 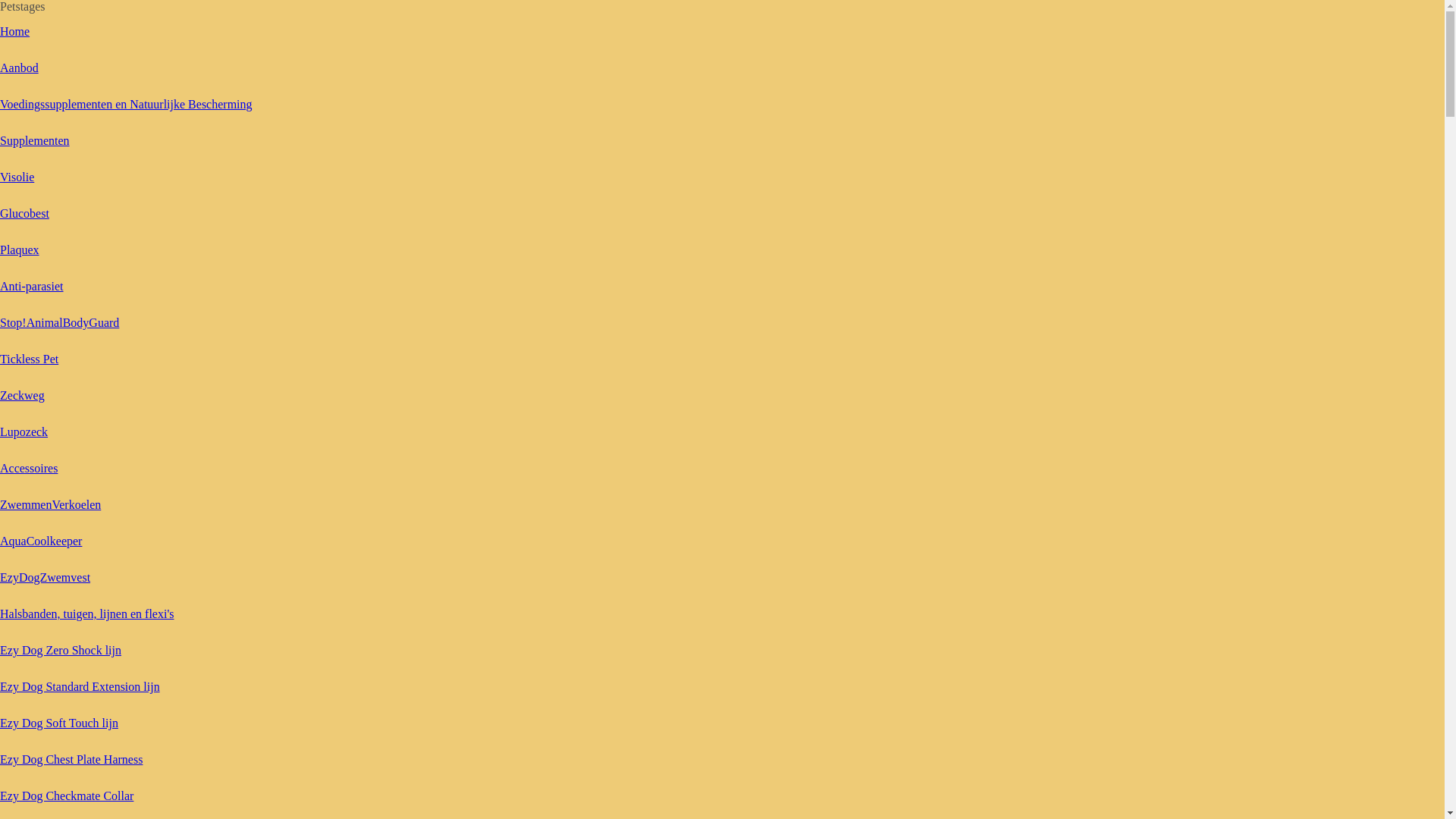 What do you see at coordinates (0, 249) in the screenshot?
I see `'Plaquex'` at bounding box center [0, 249].